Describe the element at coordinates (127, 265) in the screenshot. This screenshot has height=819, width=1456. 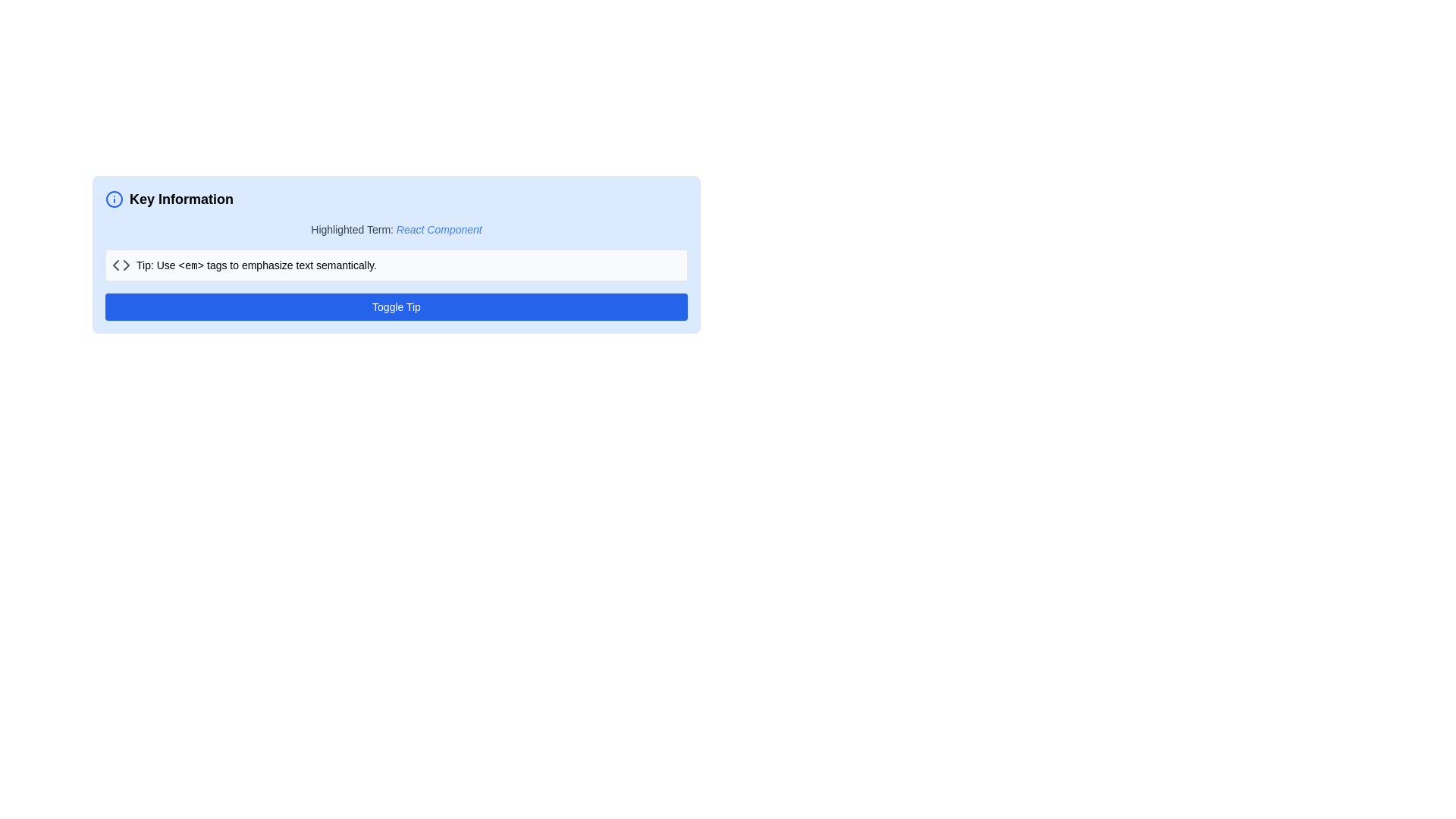
I see `the rightmost SVG arrow element that indicates direction within the left-pointing arrow glyph, located near the text 'Tip: Use <em> tags to emphasize text semantically.'` at that location.